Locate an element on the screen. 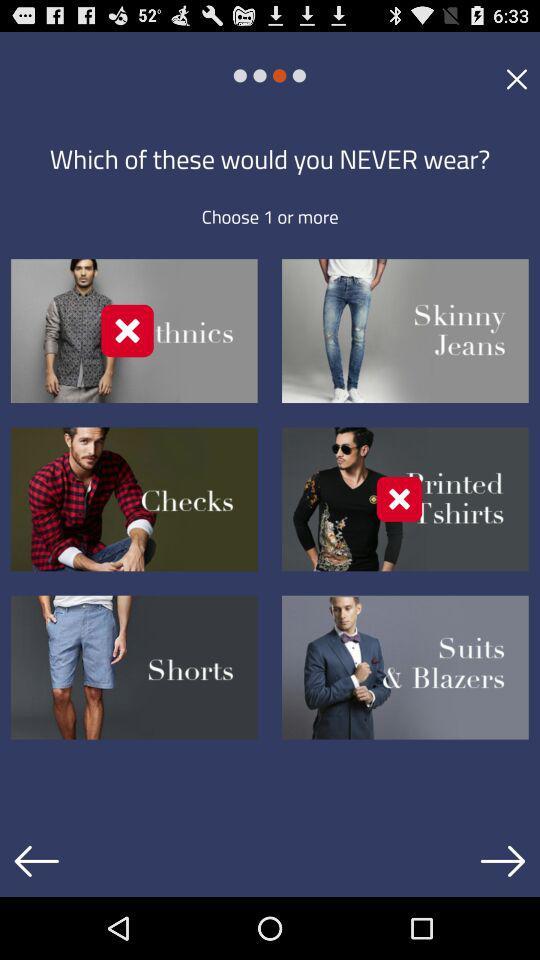 This screenshot has height=960, width=540. the page is located at coordinates (516, 78).